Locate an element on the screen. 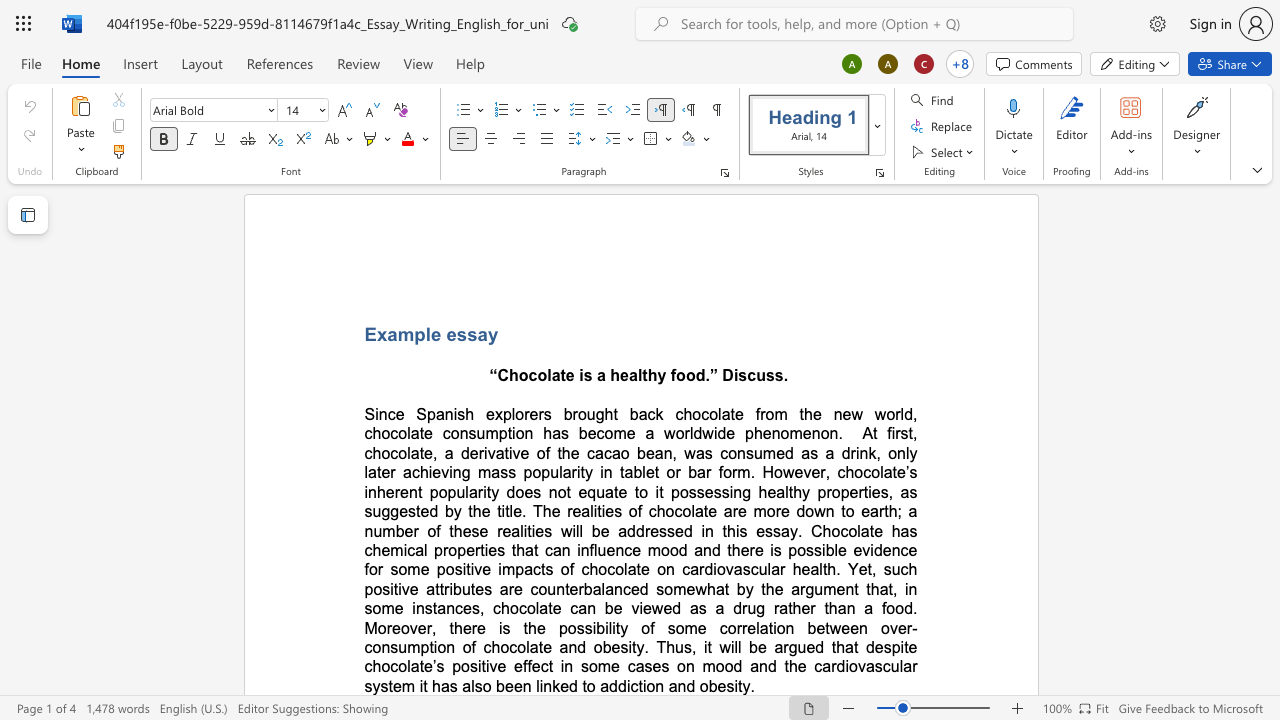 The height and width of the screenshot is (720, 1280). the space between the continuous character "h" and "o" in the text is located at coordinates (597, 569).